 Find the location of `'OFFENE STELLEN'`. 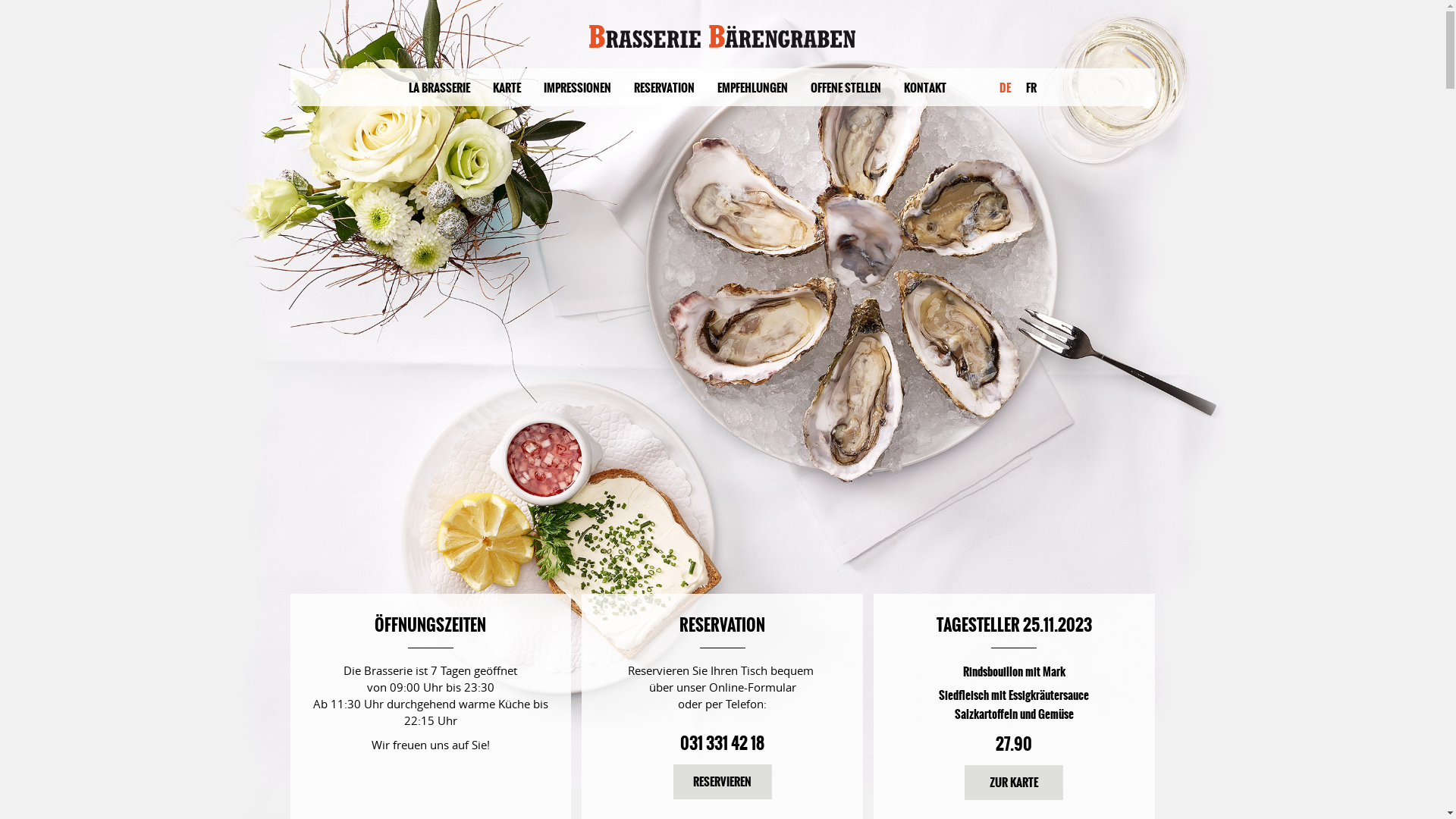

'OFFENE STELLEN' is located at coordinates (845, 87).